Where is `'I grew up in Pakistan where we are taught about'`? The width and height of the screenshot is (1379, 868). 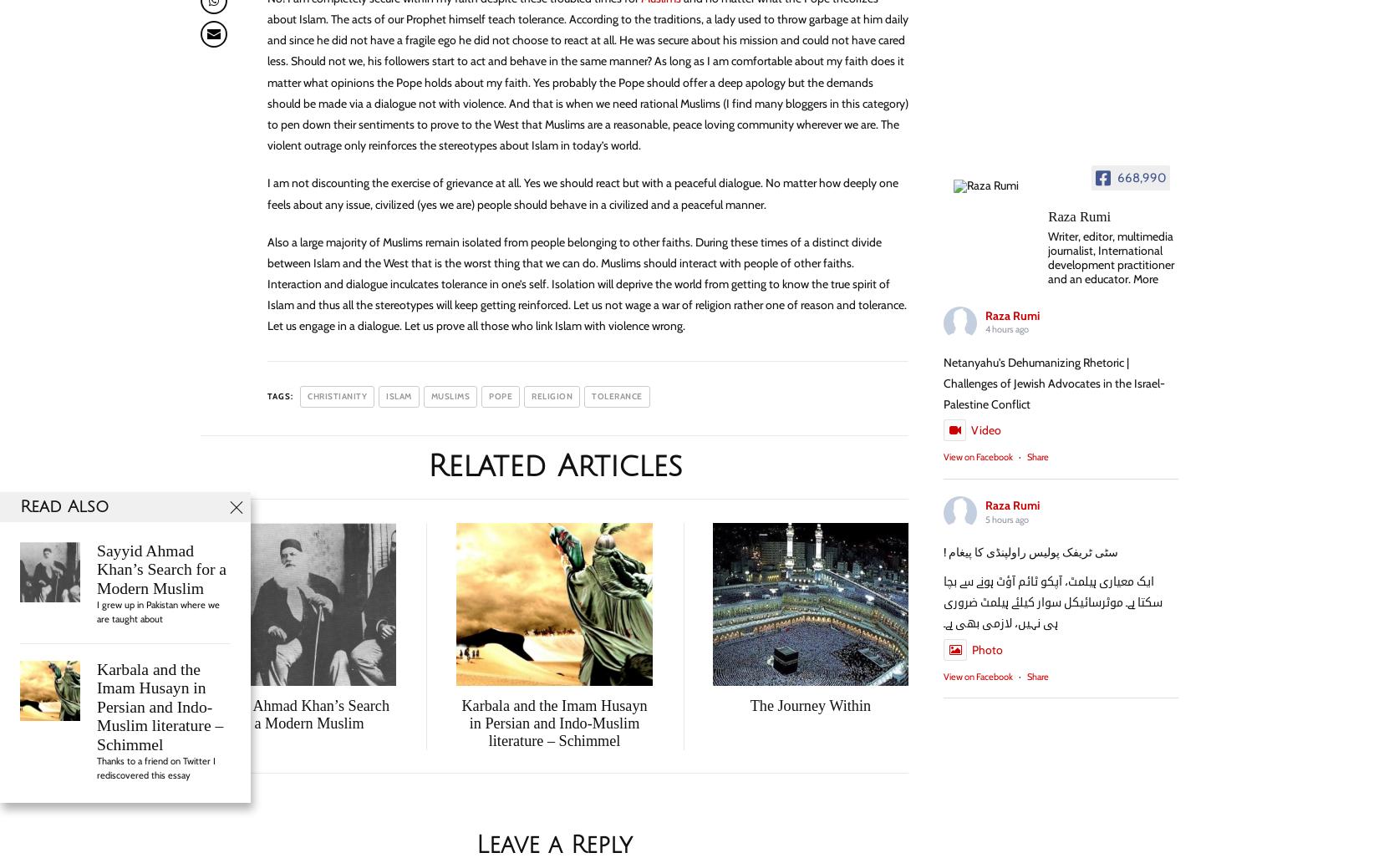
'I grew up in Pakistan where we are taught about' is located at coordinates (158, 610).